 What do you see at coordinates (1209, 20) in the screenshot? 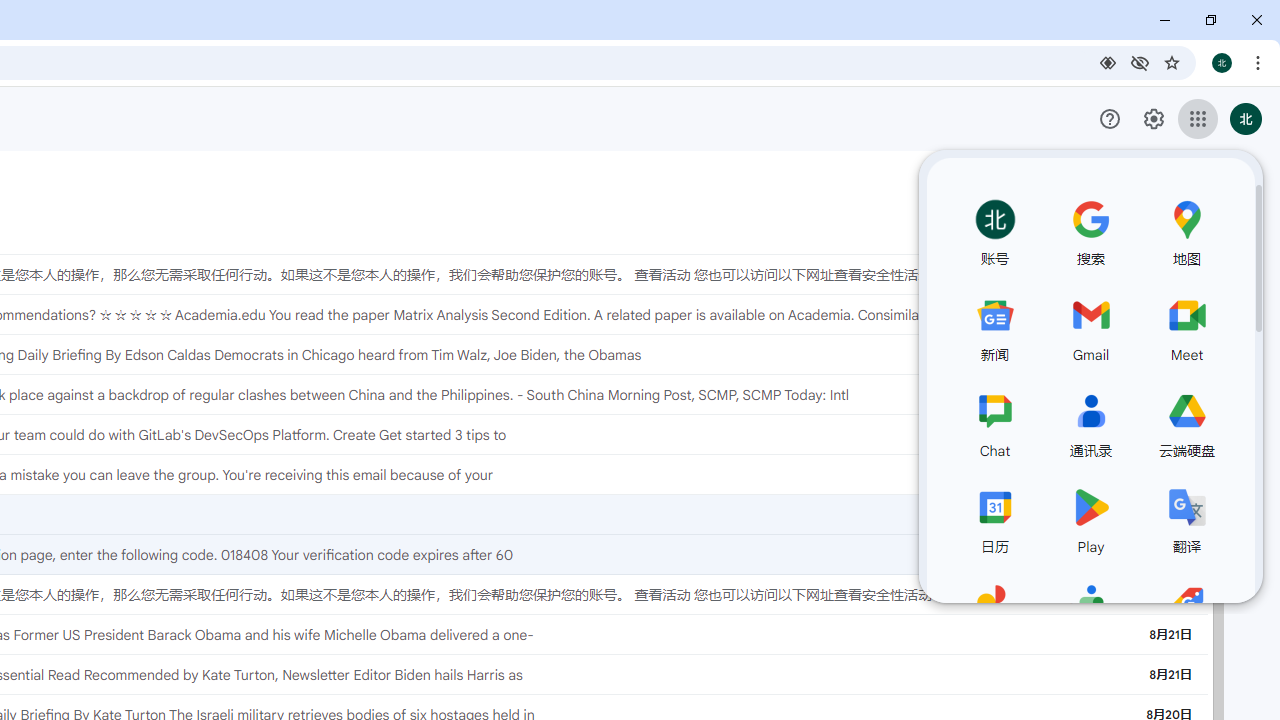
I see `'Restore'` at bounding box center [1209, 20].